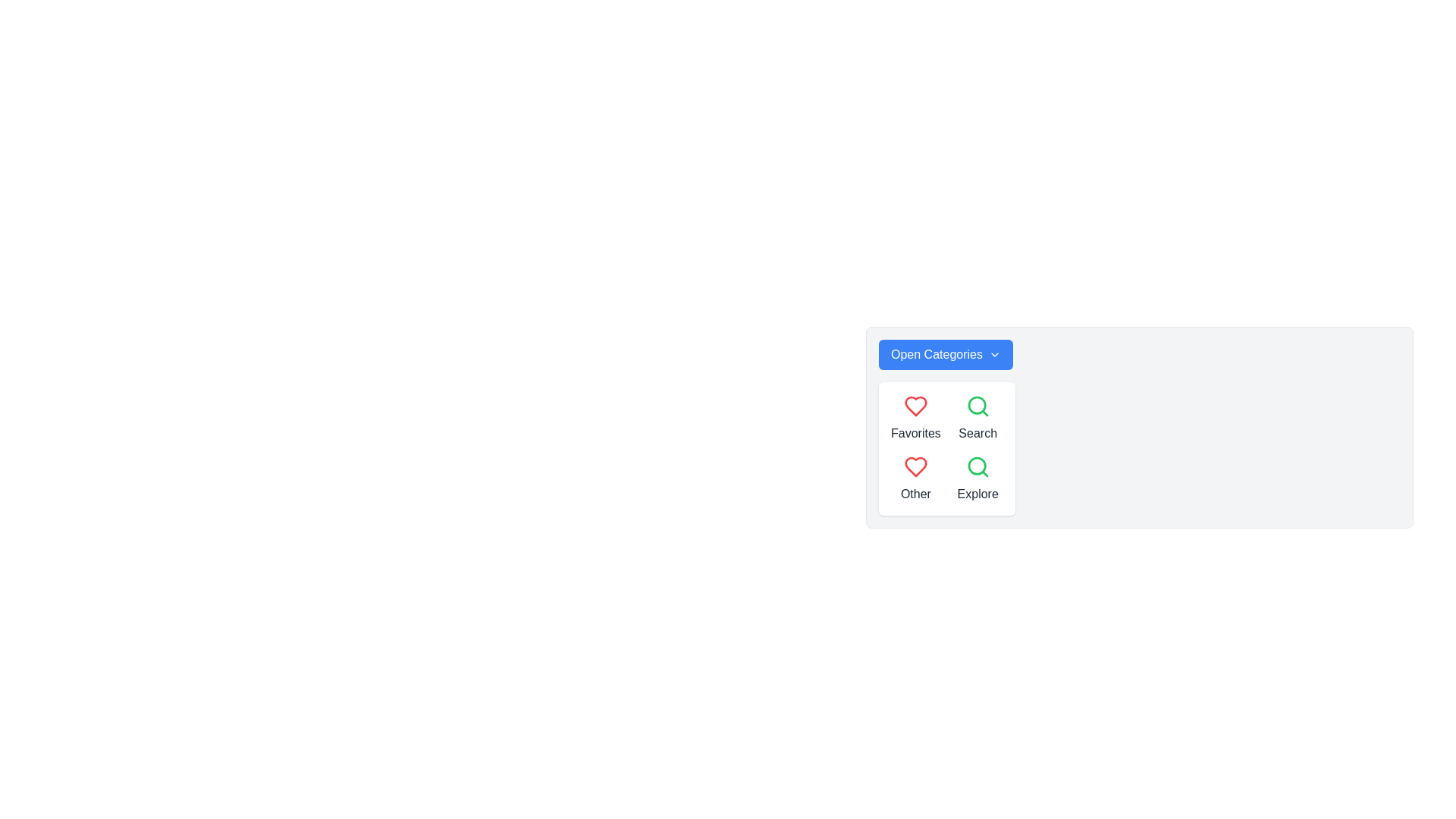 The width and height of the screenshot is (1456, 819). What do you see at coordinates (915, 406) in the screenshot?
I see `the red heart icon that symbolizes the 'favorite' or 'like' function, located in the 'Favorites' section of the menu` at bounding box center [915, 406].